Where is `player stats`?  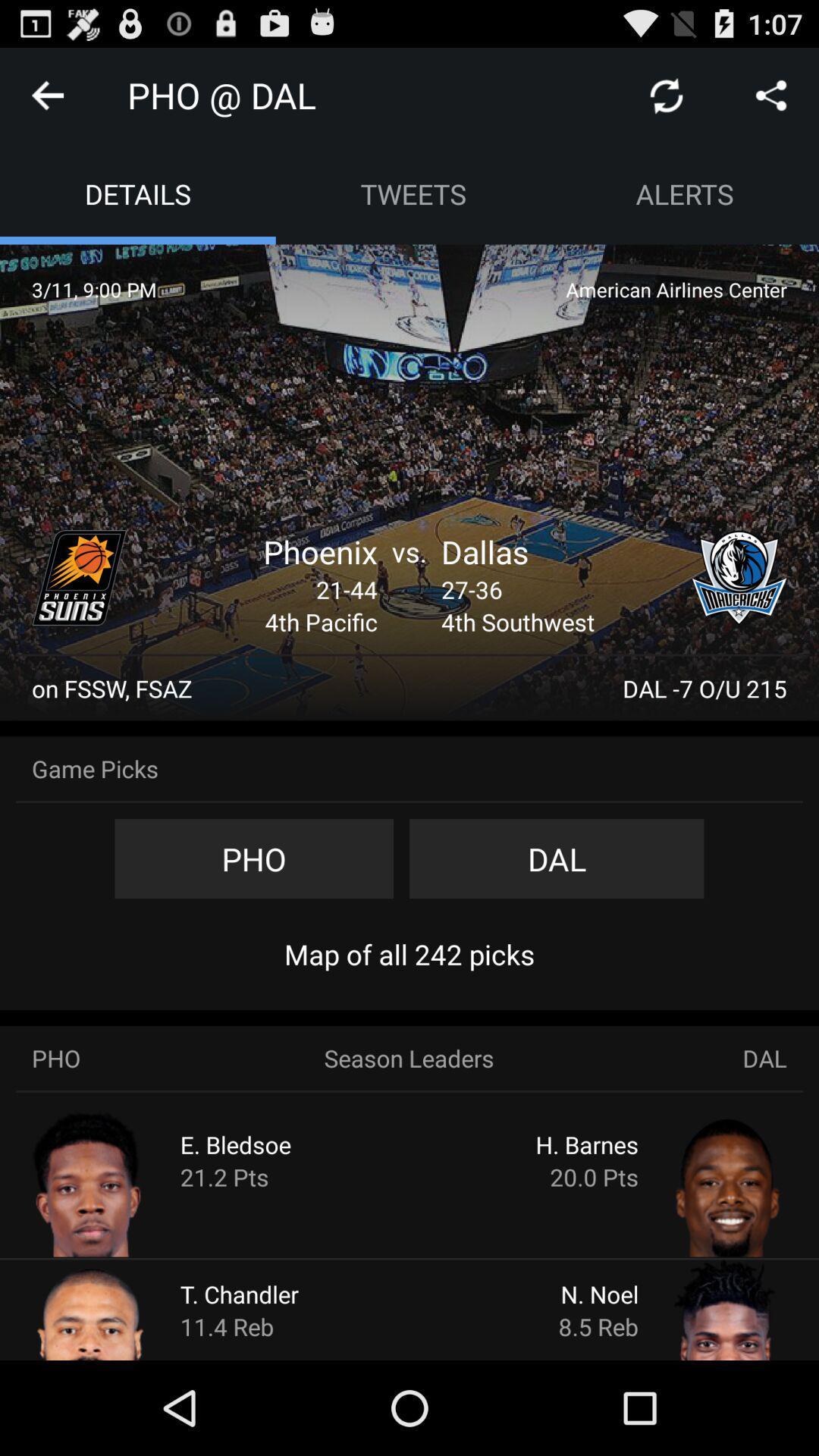
player stats is located at coordinates (699, 1182).